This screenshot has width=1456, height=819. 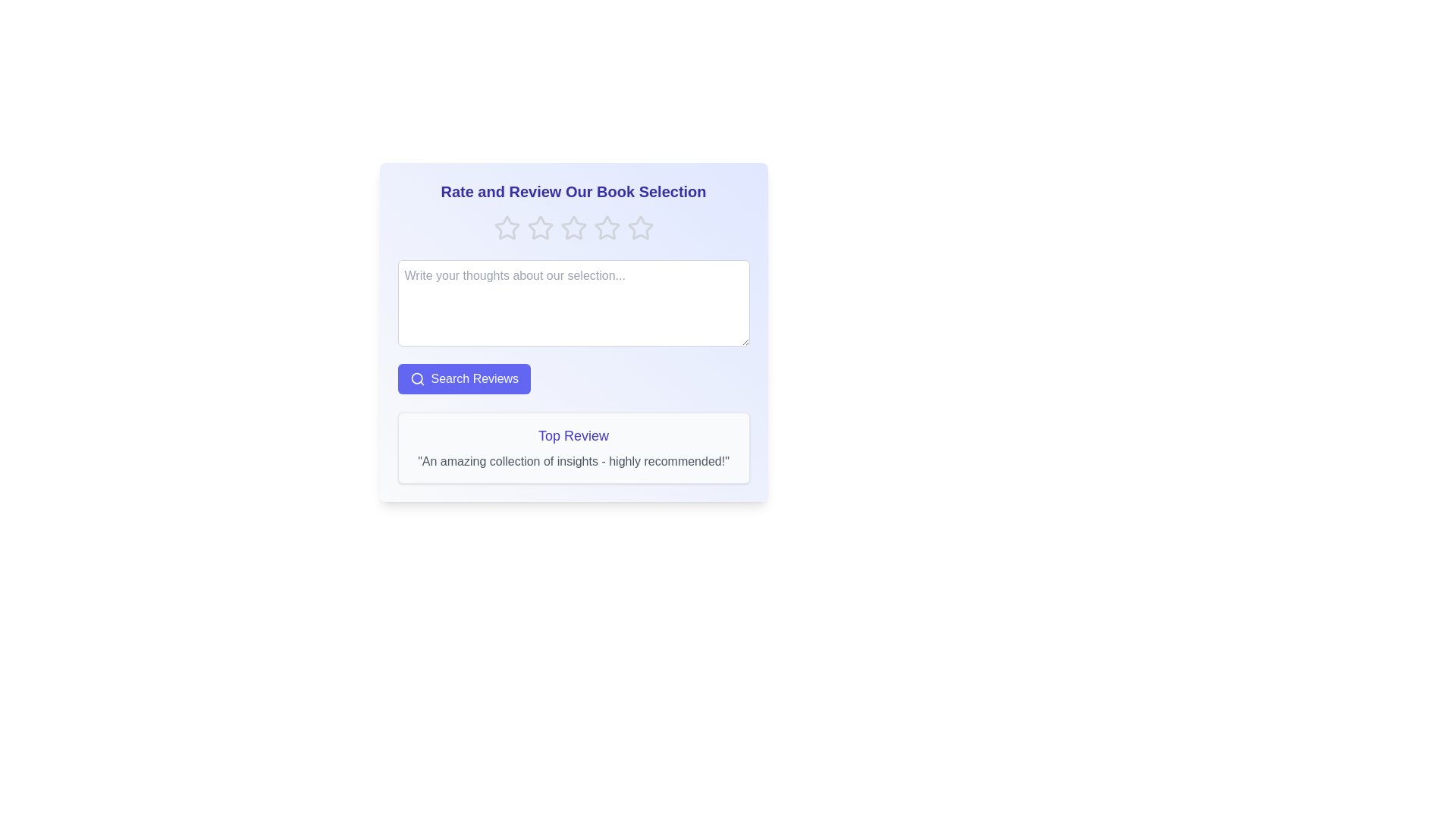 What do you see at coordinates (573, 303) in the screenshot?
I see `the text area and type the review text` at bounding box center [573, 303].